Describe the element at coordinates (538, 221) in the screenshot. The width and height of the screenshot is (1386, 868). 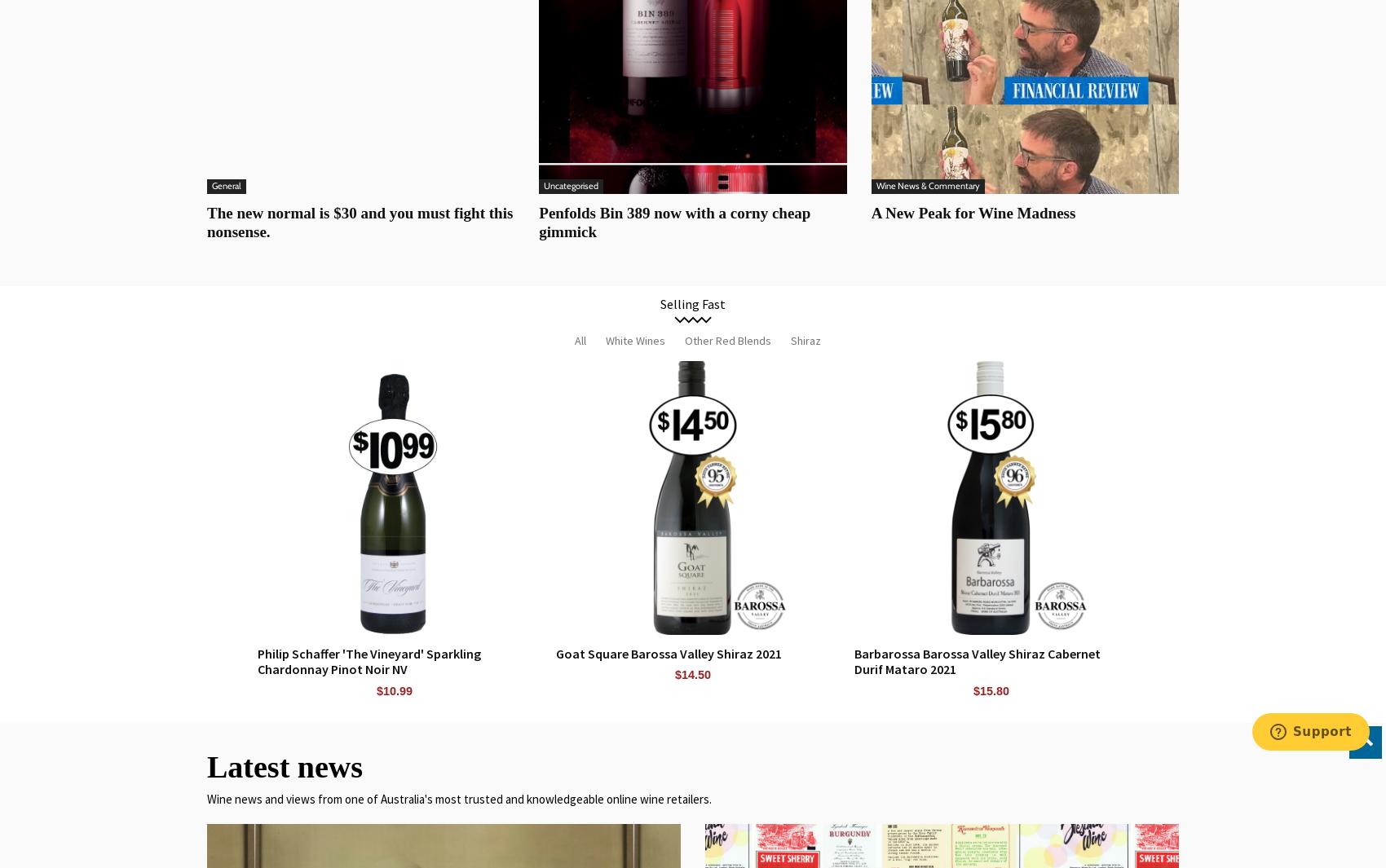
I see `'Penfolds Bin 389 now with a corny cheap gimmick'` at that location.